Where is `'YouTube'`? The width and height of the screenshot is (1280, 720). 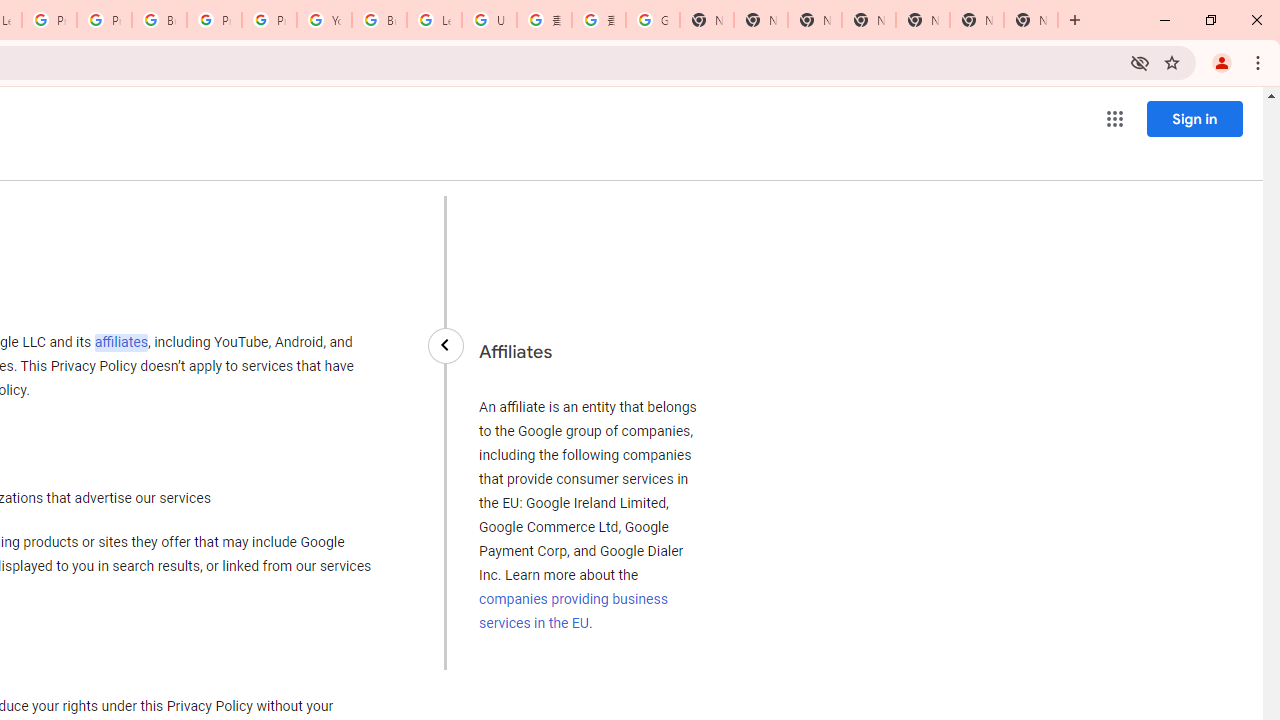 'YouTube' is located at coordinates (324, 20).